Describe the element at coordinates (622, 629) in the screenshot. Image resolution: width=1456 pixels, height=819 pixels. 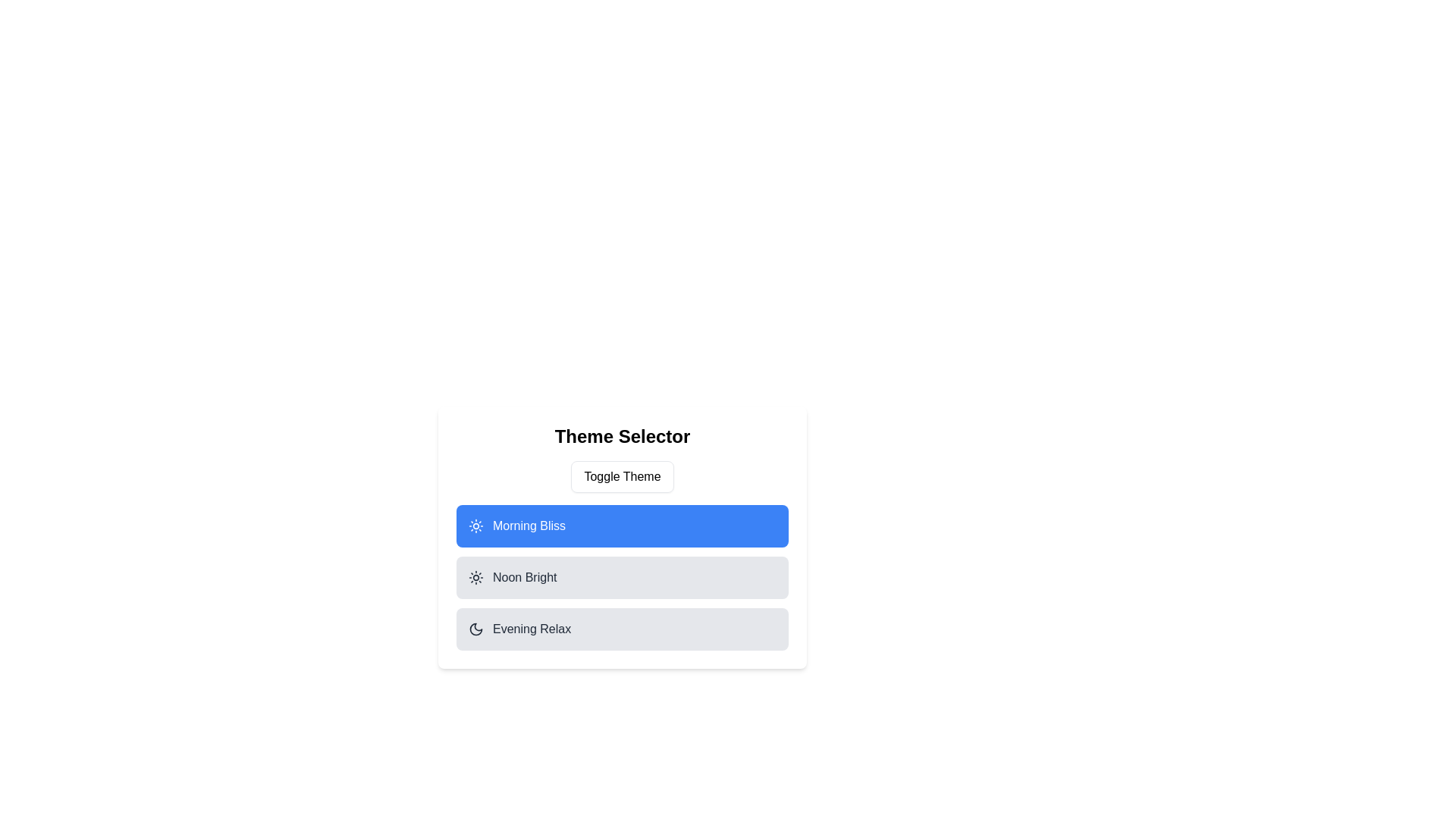
I see `the item Evening Relax from the list` at that location.